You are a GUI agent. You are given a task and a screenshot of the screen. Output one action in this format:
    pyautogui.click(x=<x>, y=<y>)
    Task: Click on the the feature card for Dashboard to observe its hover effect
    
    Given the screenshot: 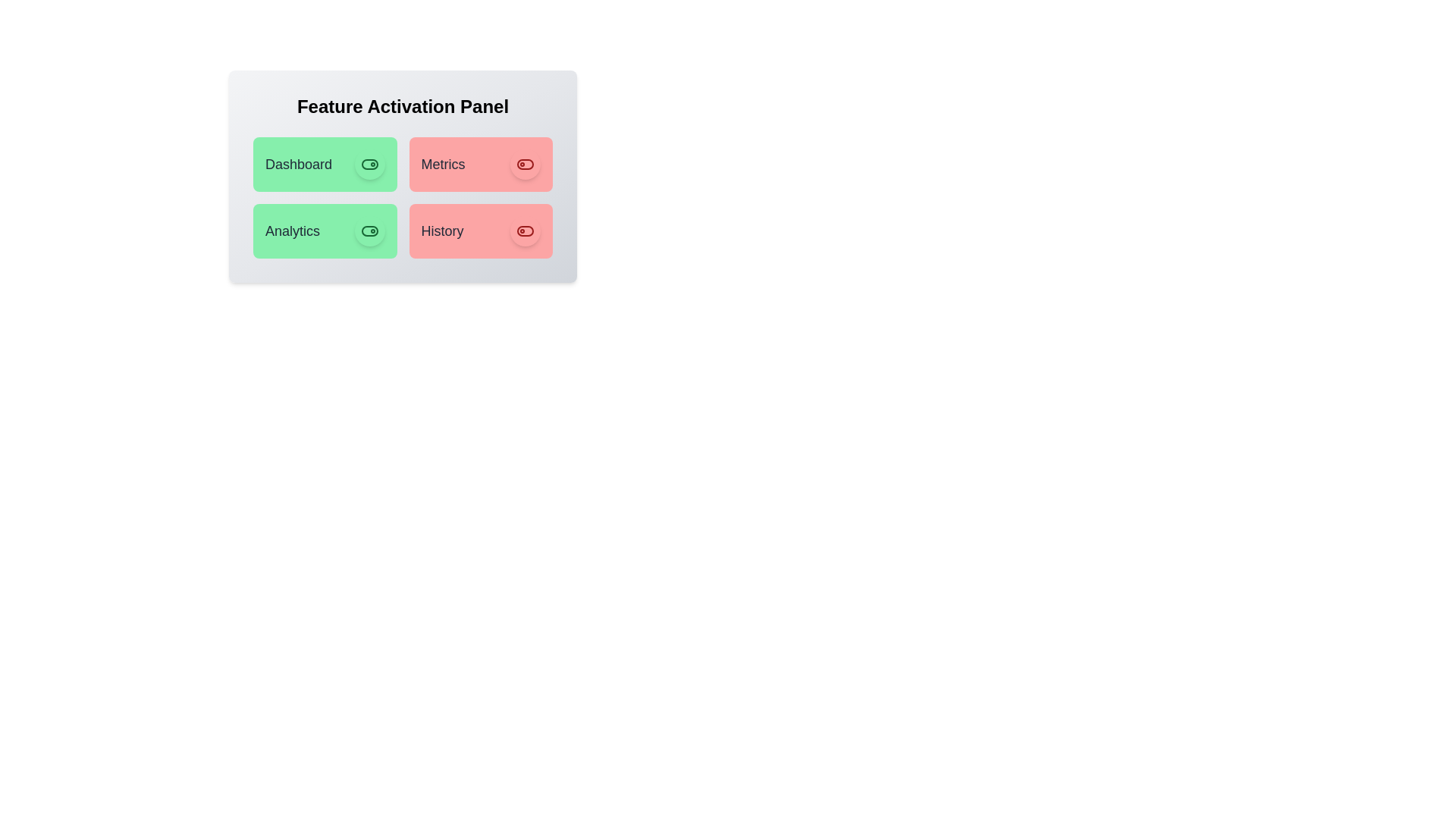 What is the action you would take?
    pyautogui.click(x=324, y=164)
    